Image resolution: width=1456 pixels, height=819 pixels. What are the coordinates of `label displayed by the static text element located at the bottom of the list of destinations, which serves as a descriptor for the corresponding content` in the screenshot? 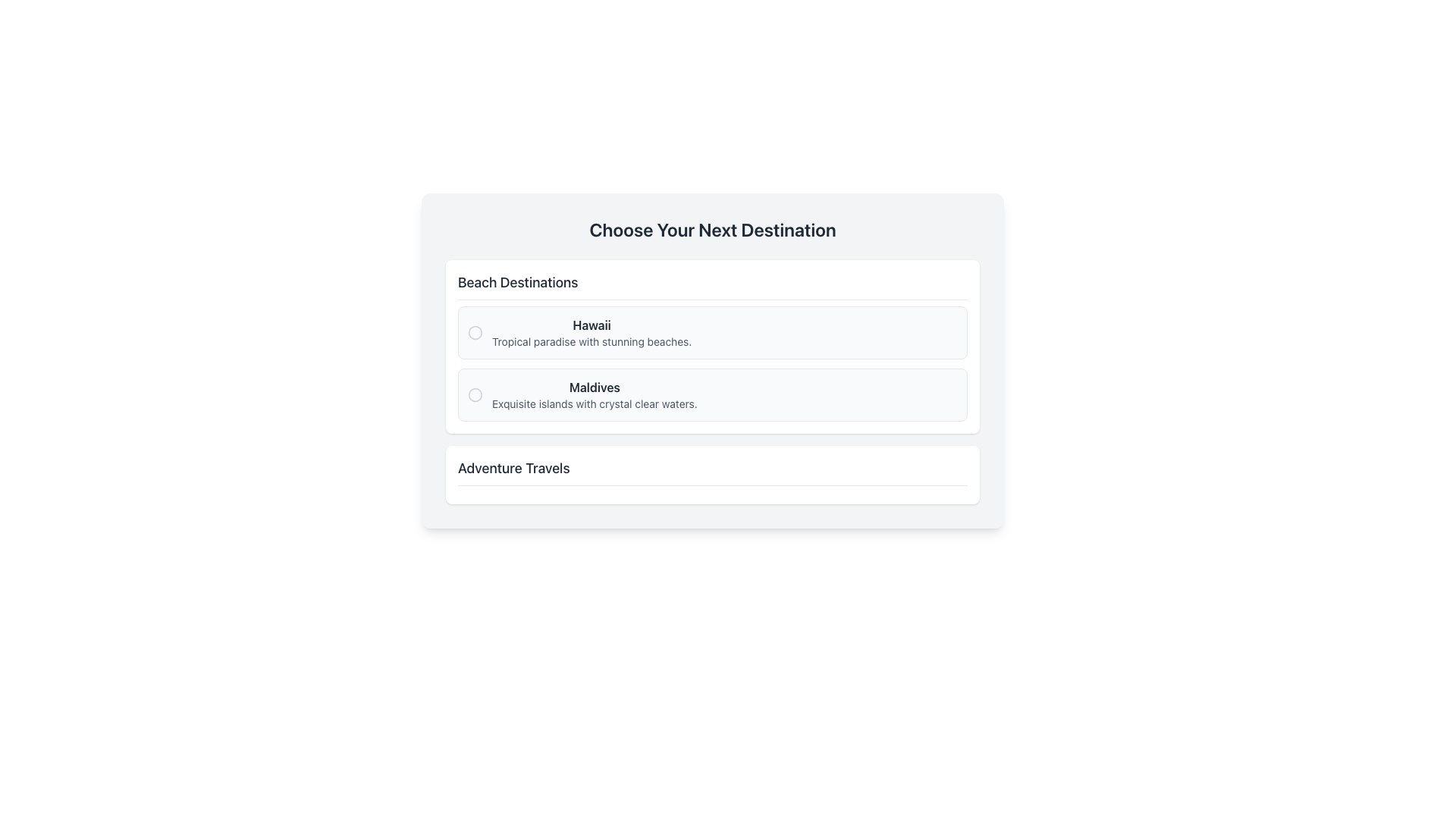 It's located at (513, 467).